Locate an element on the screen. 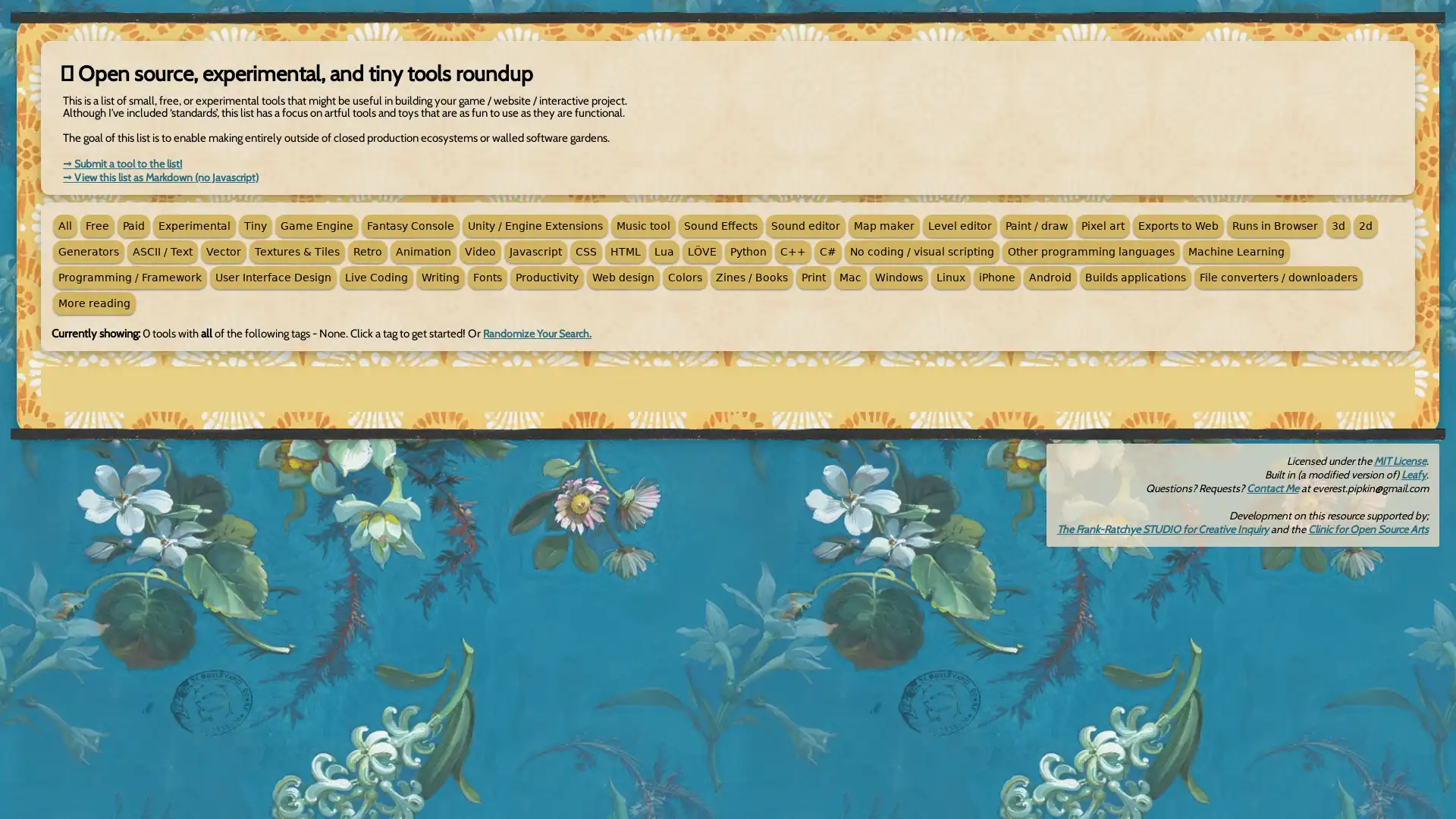  Tiny is located at coordinates (255, 225).